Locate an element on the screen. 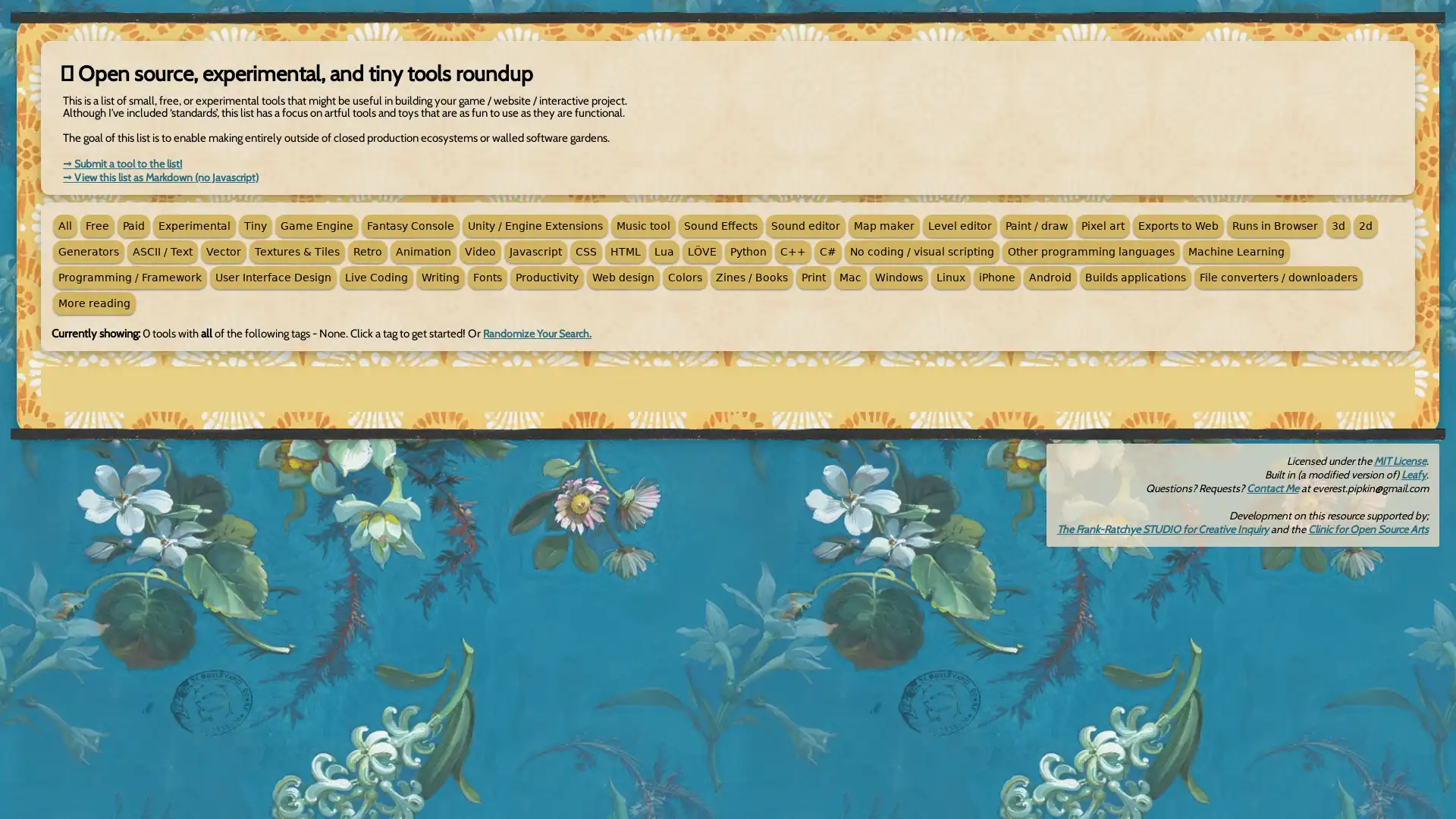  Tiny is located at coordinates (255, 225).